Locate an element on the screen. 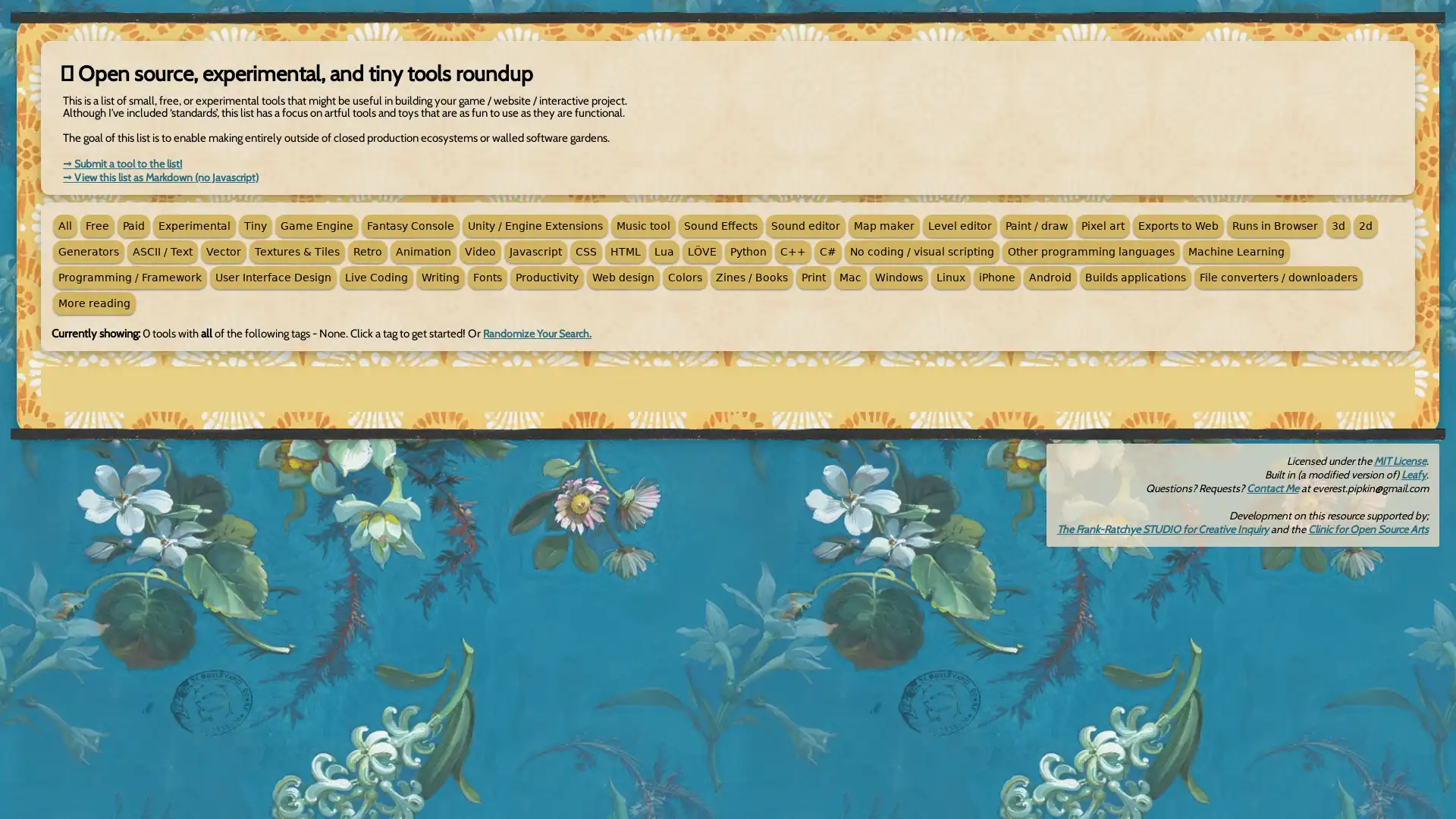  Tiny is located at coordinates (255, 225).